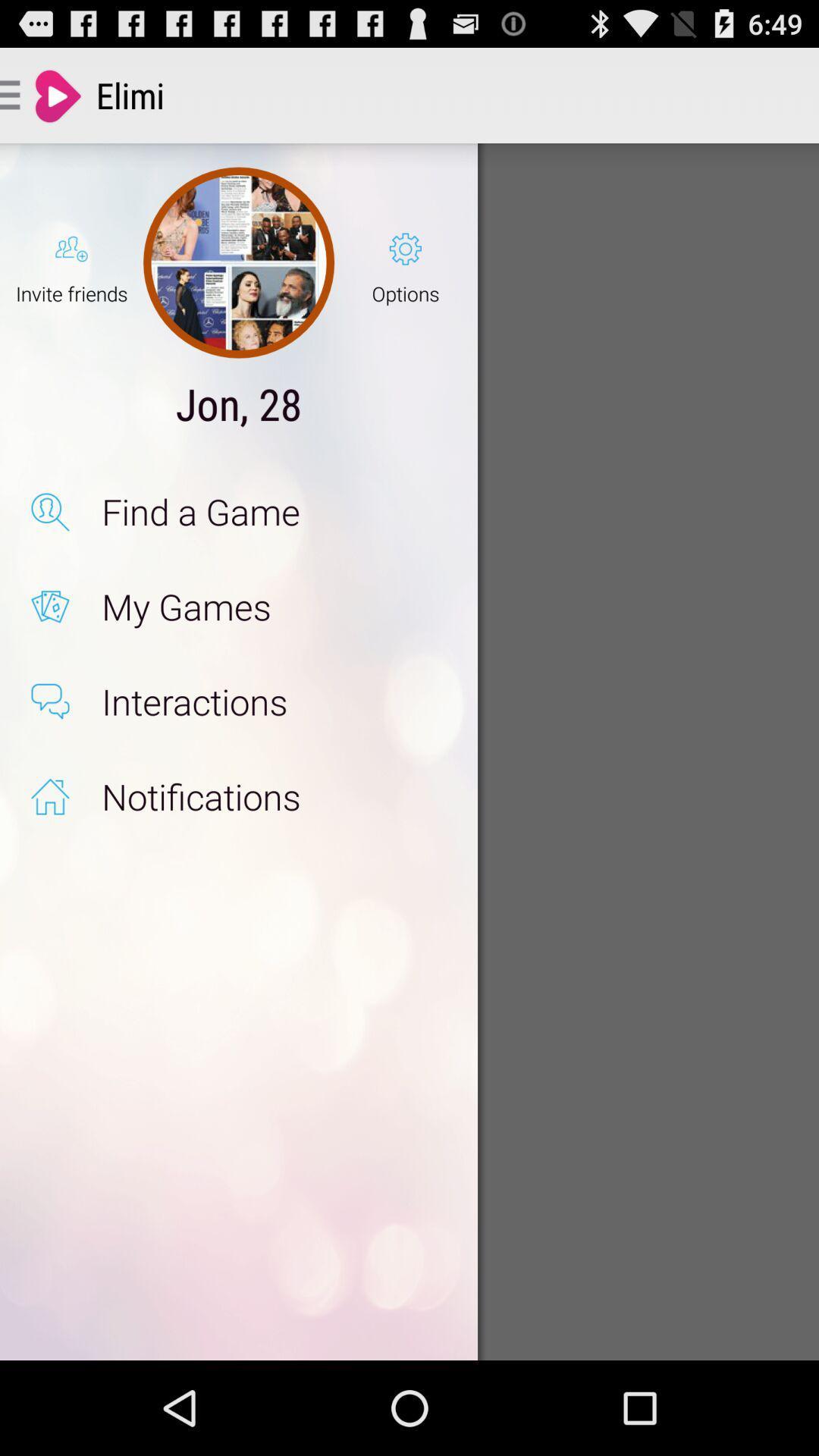 The image size is (819, 1456). What do you see at coordinates (71, 262) in the screenshot?
I see `invite friends item` at bounding box center [71, 262].